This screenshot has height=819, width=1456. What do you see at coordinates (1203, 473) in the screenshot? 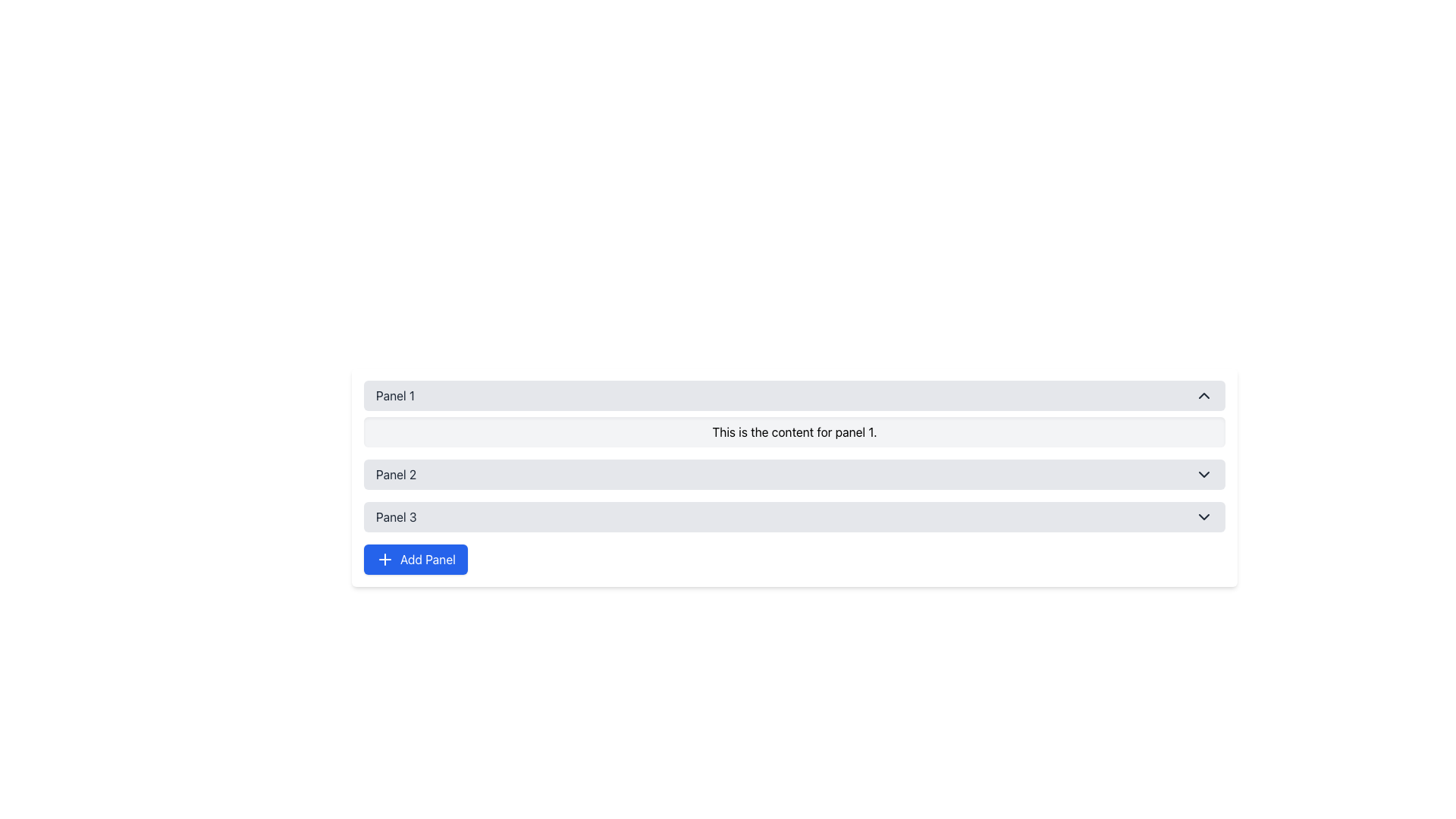
I see `the interactive toggle icon located at the right end of the 'Panel 2' header` at bounding box center [1203, 473].